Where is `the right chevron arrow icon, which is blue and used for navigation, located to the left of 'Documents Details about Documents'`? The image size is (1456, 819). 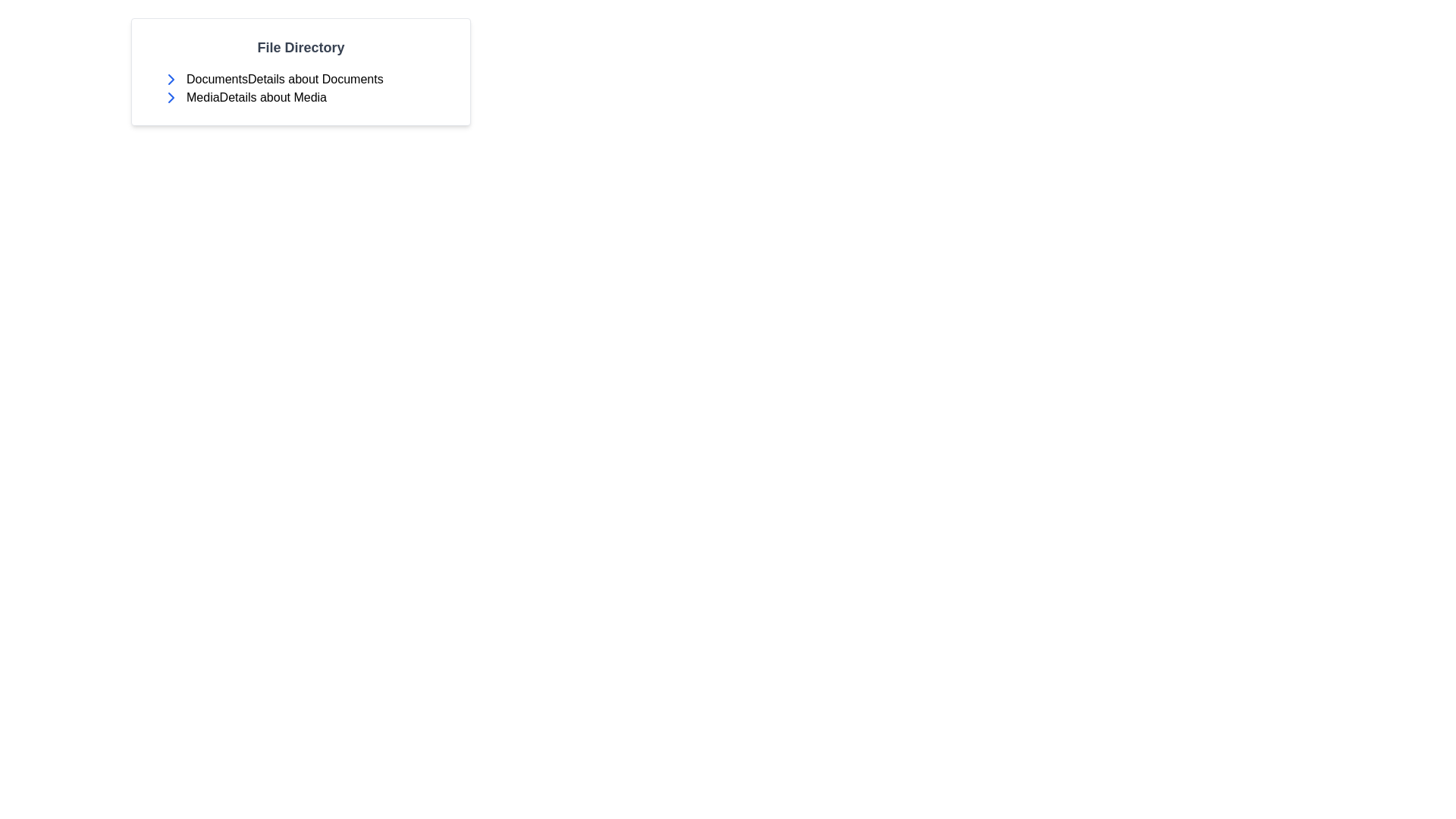
the right chevron arrow icon, which is blue and used for navigation, located to the left of 'Documents Details about Documents' is located at coordinates (171, 97).